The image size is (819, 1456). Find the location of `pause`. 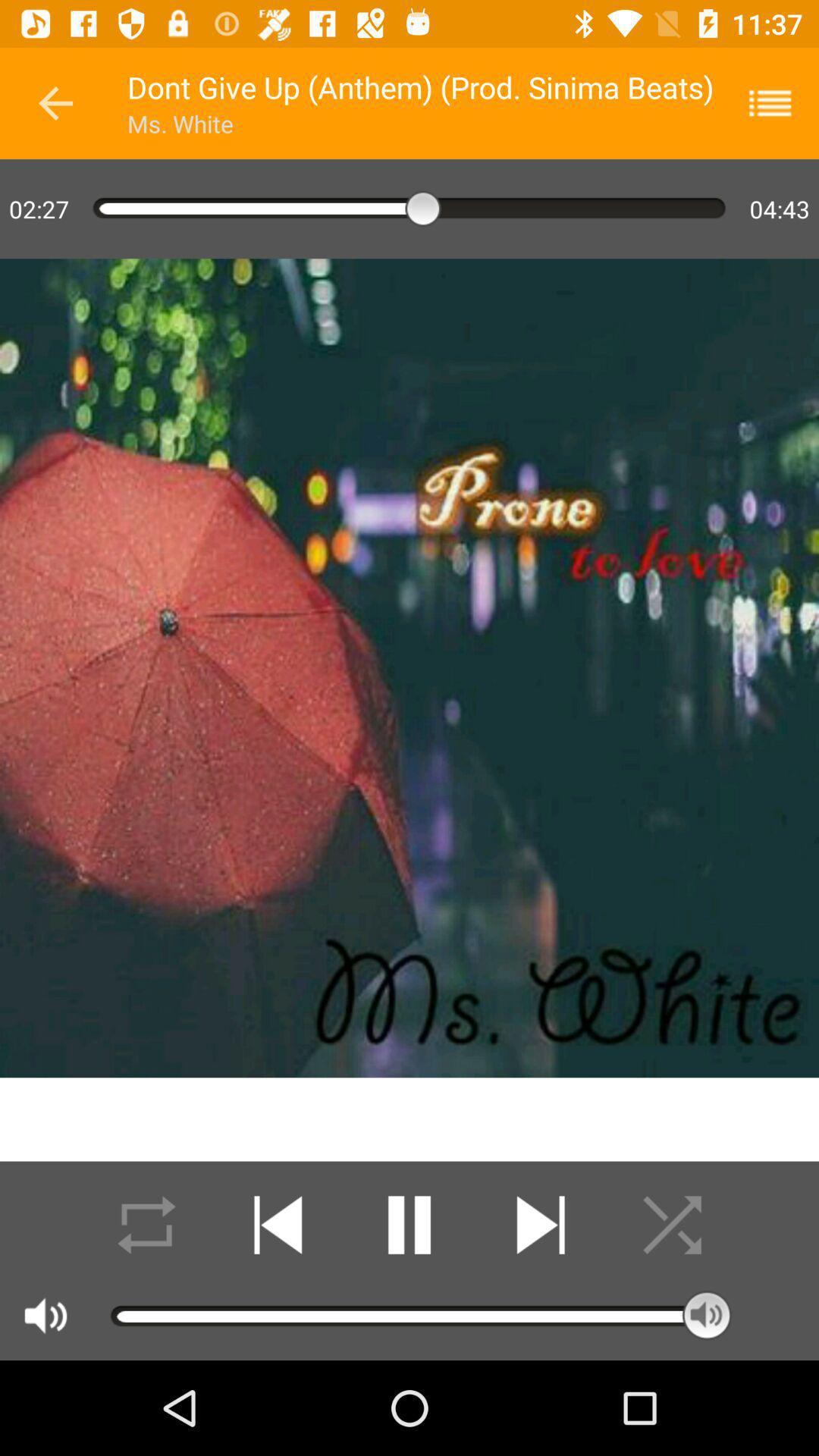

pause is located at coordinates (409, 1225).